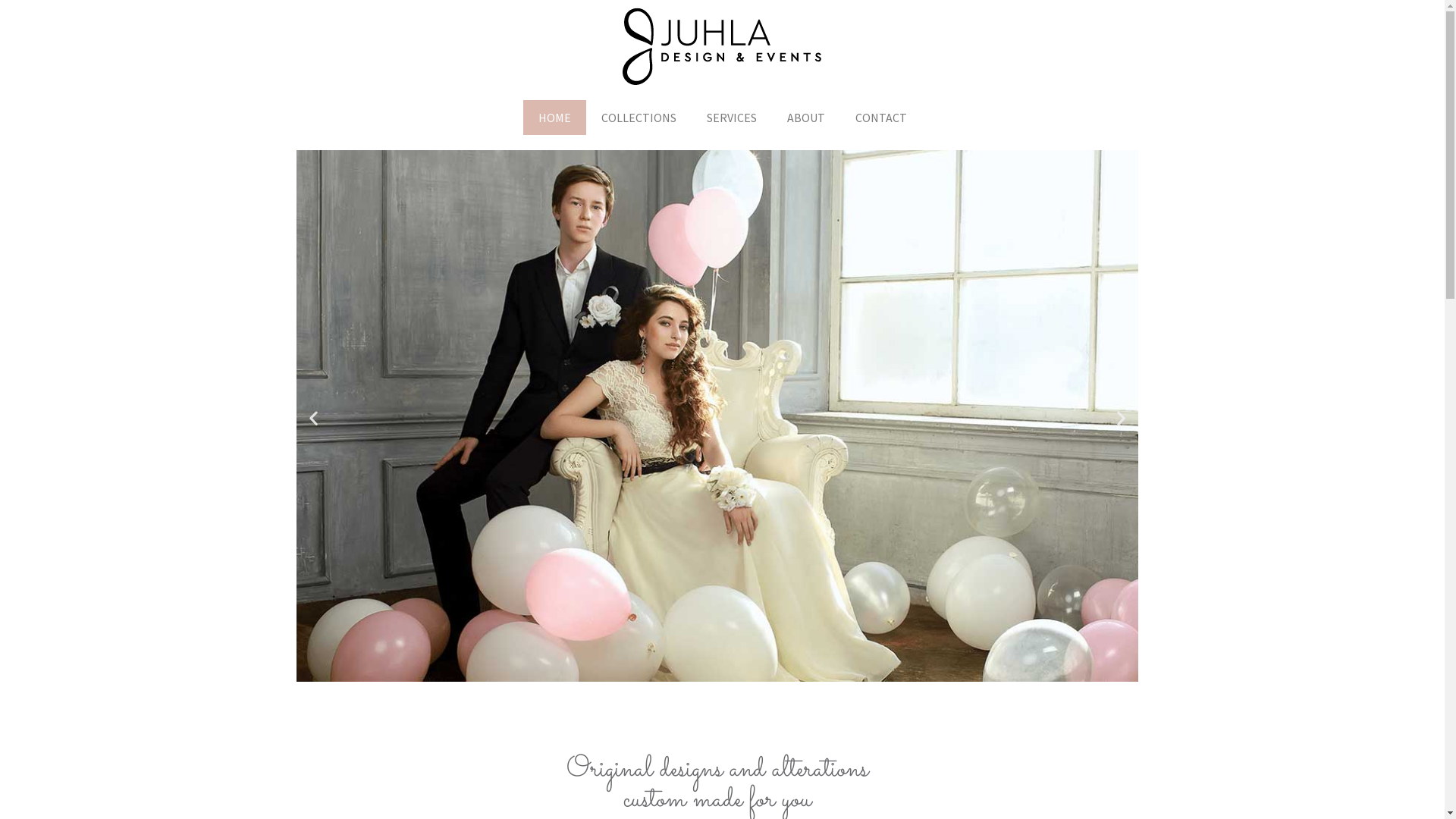  Describe the element at coordinates (805, 116) in the screenshot. I see `'ABOUT'` at that location.